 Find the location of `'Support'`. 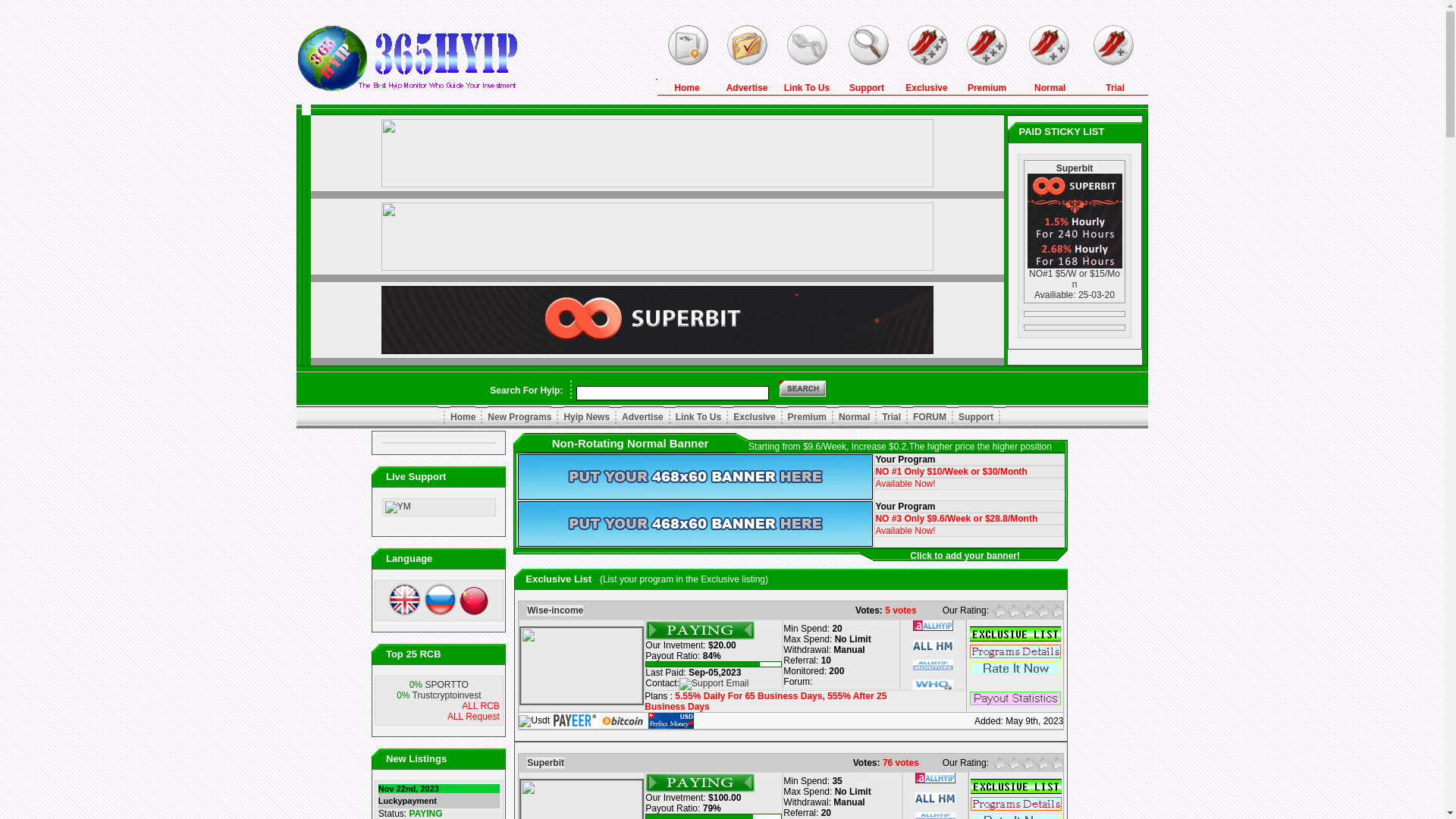

'Support' is located at coordinates (866, 87).